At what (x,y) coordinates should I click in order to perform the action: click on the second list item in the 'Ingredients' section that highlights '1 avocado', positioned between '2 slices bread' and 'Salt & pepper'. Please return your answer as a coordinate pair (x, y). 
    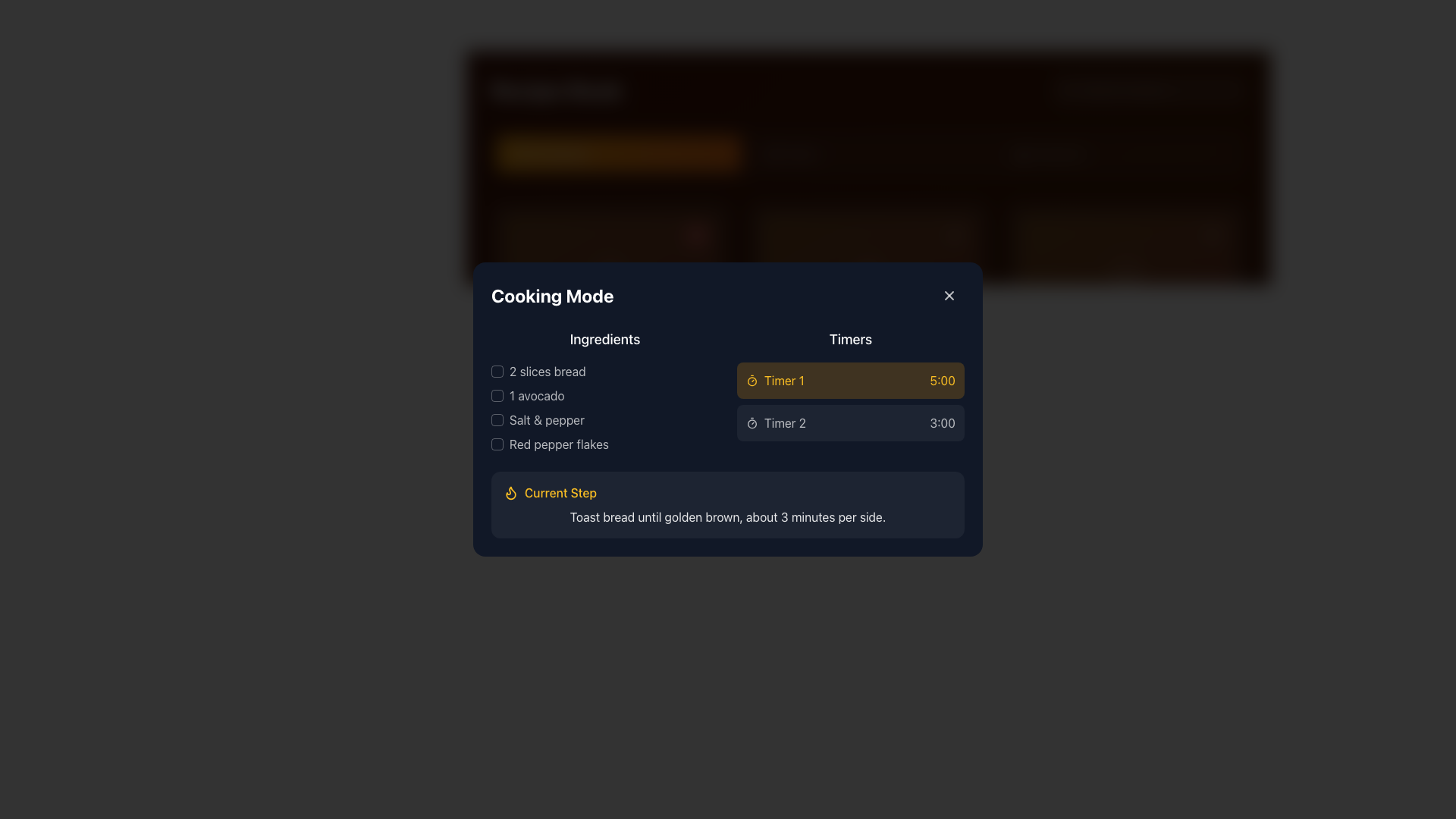
    Looking at the image, I should click on (604, 394).